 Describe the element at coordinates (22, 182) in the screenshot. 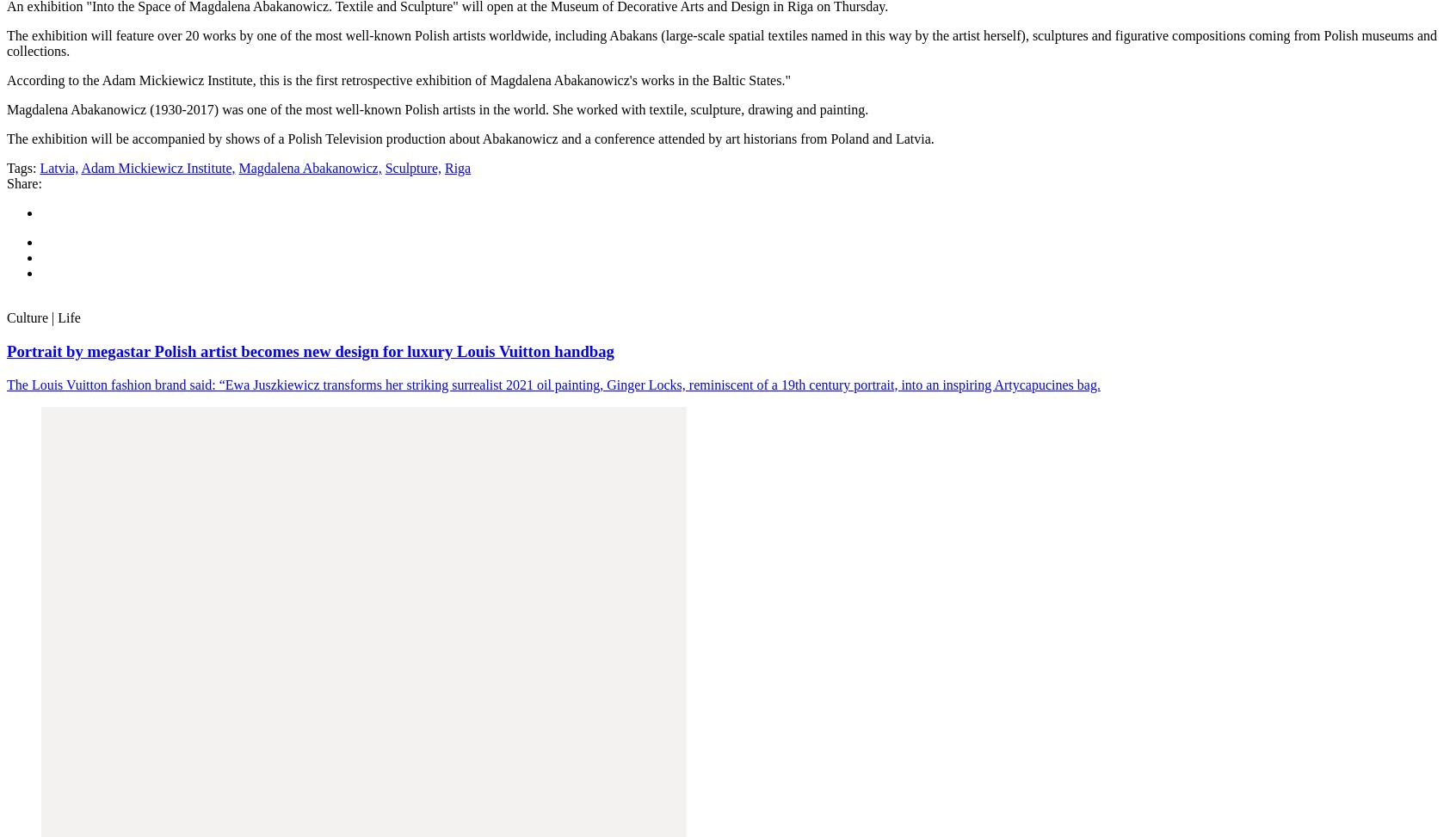

I see `'Share:'` at that location.